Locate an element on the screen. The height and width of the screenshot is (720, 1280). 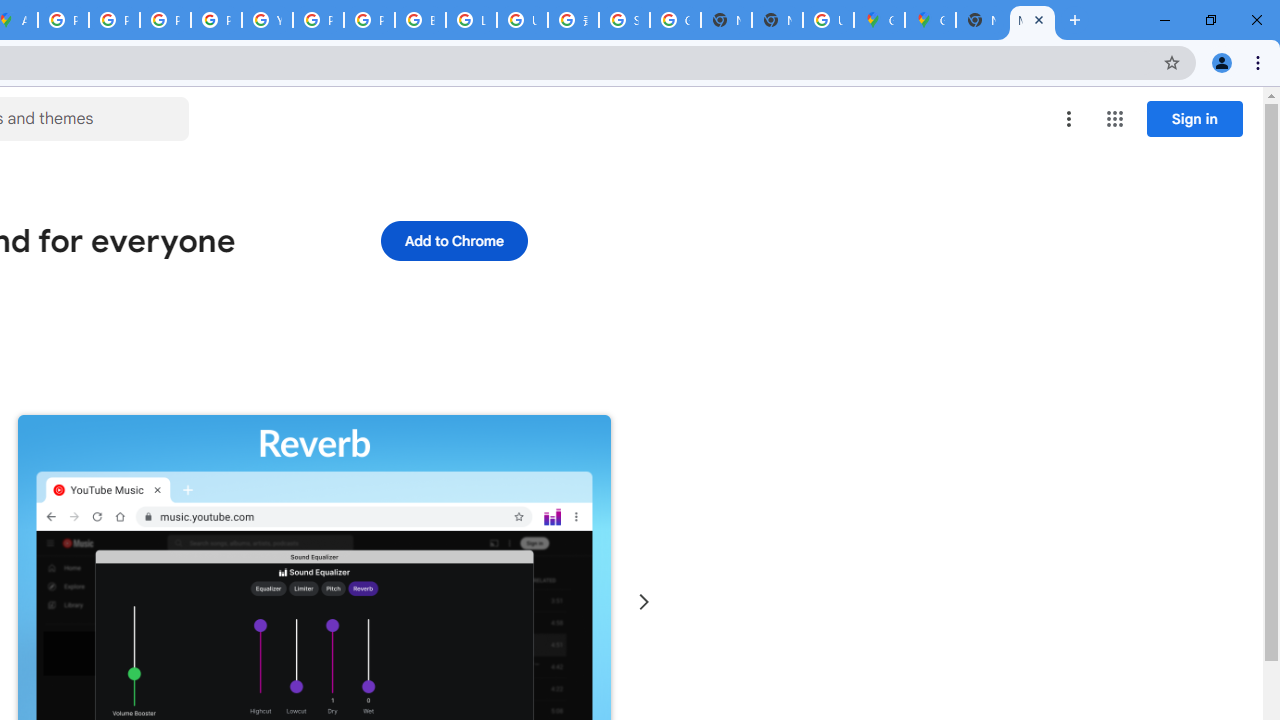
'Privacy Help Center - Policies Help' is located at coordinates (112, 20).